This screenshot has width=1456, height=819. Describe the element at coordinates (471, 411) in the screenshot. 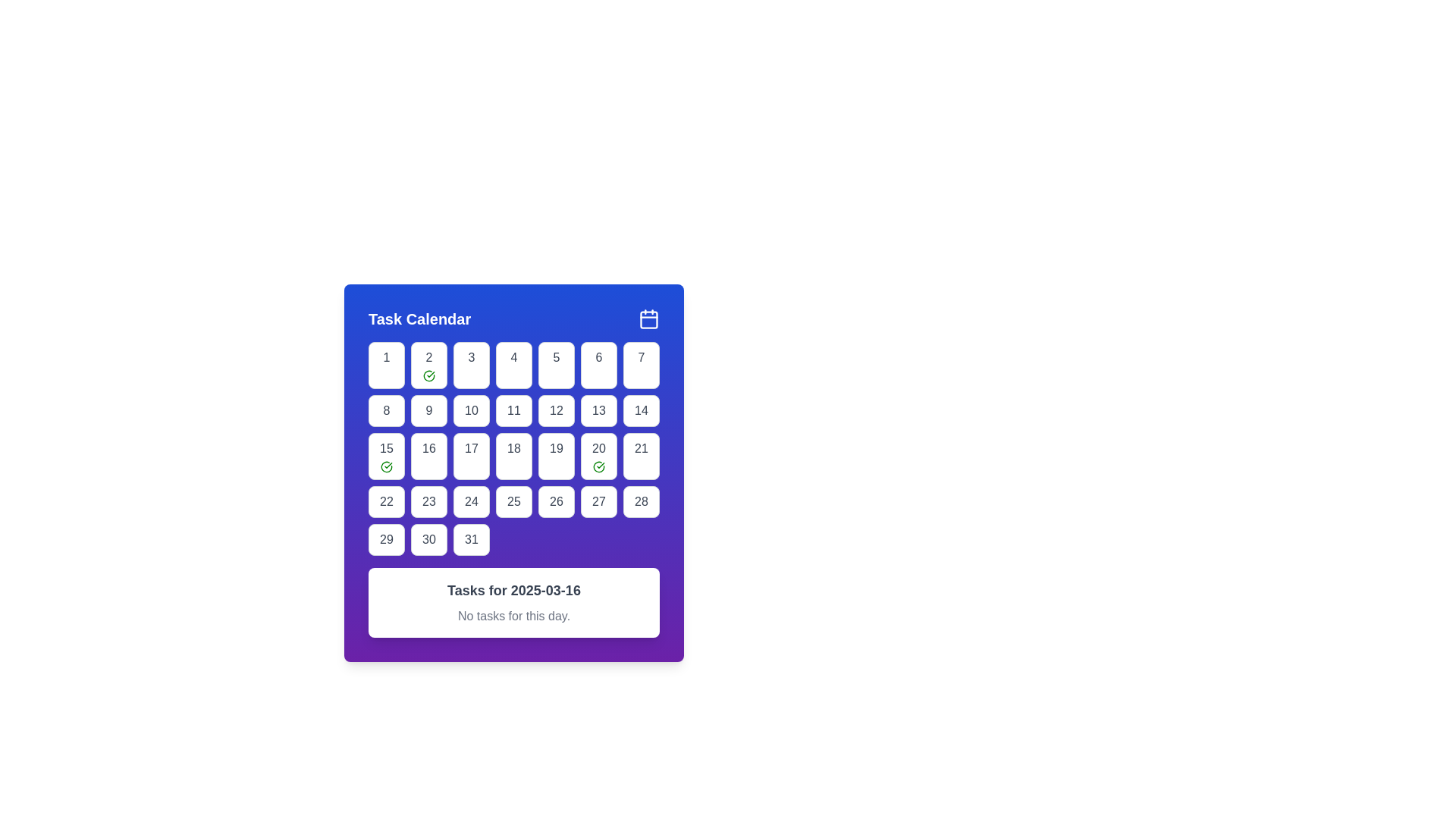

I see `on the calendar date box displaying the number '10'` at that location.